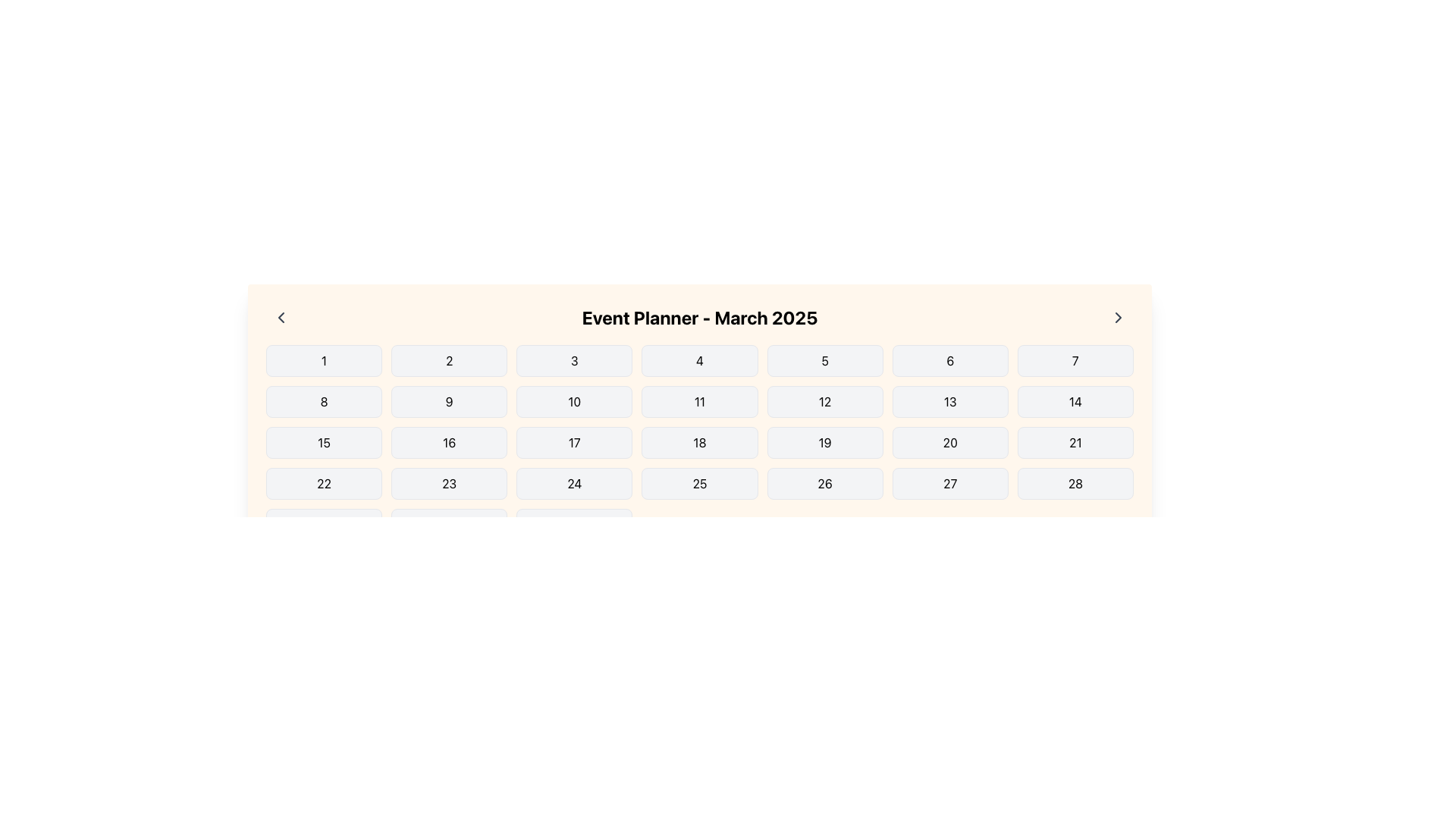  What do you see at coordinates (448, 360) in the screenshot?
I see `the Calendar day button labeled '2'` at bounding box center [448, 360].